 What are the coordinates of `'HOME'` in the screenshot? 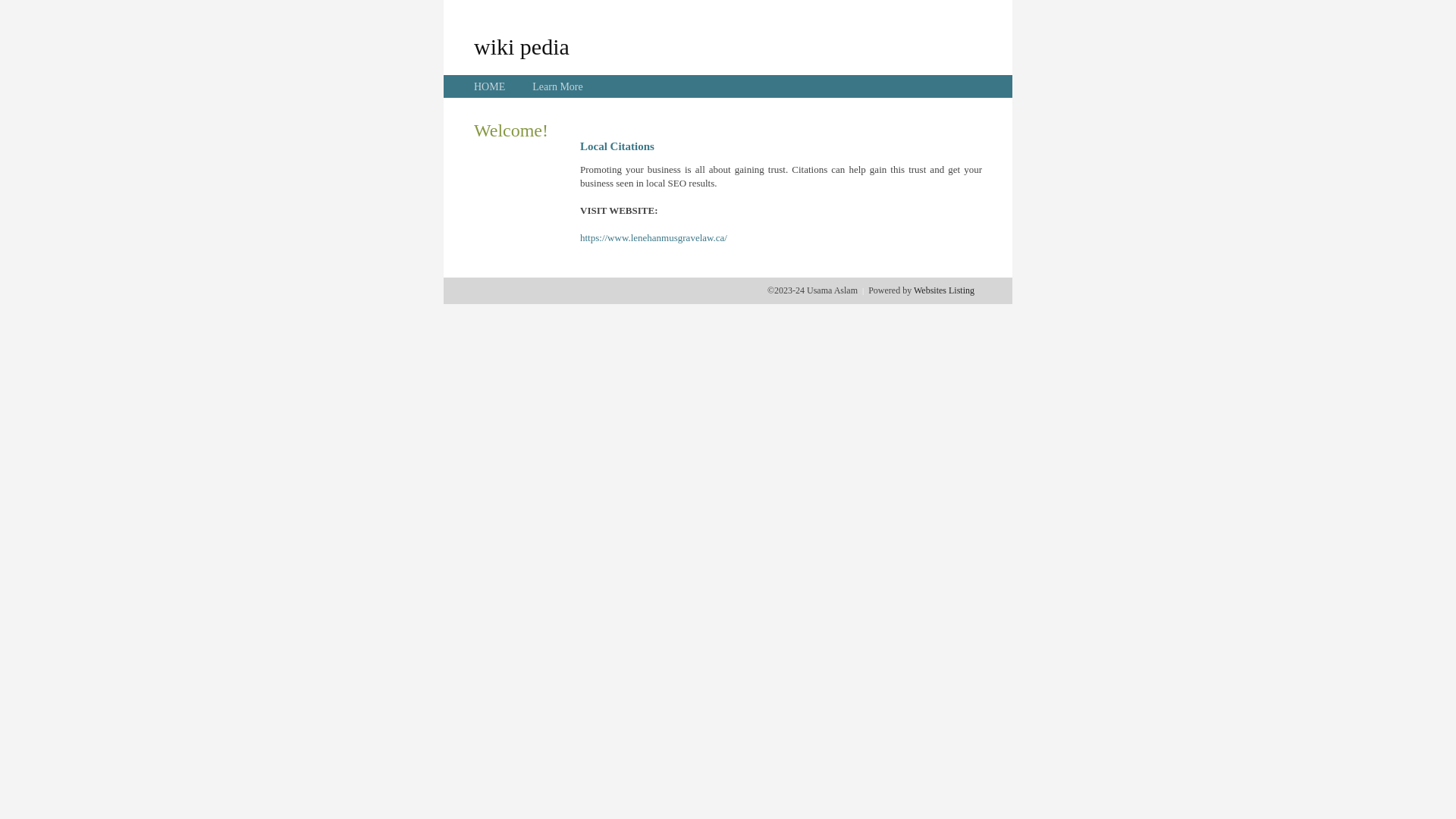 It's located at (489, 86).